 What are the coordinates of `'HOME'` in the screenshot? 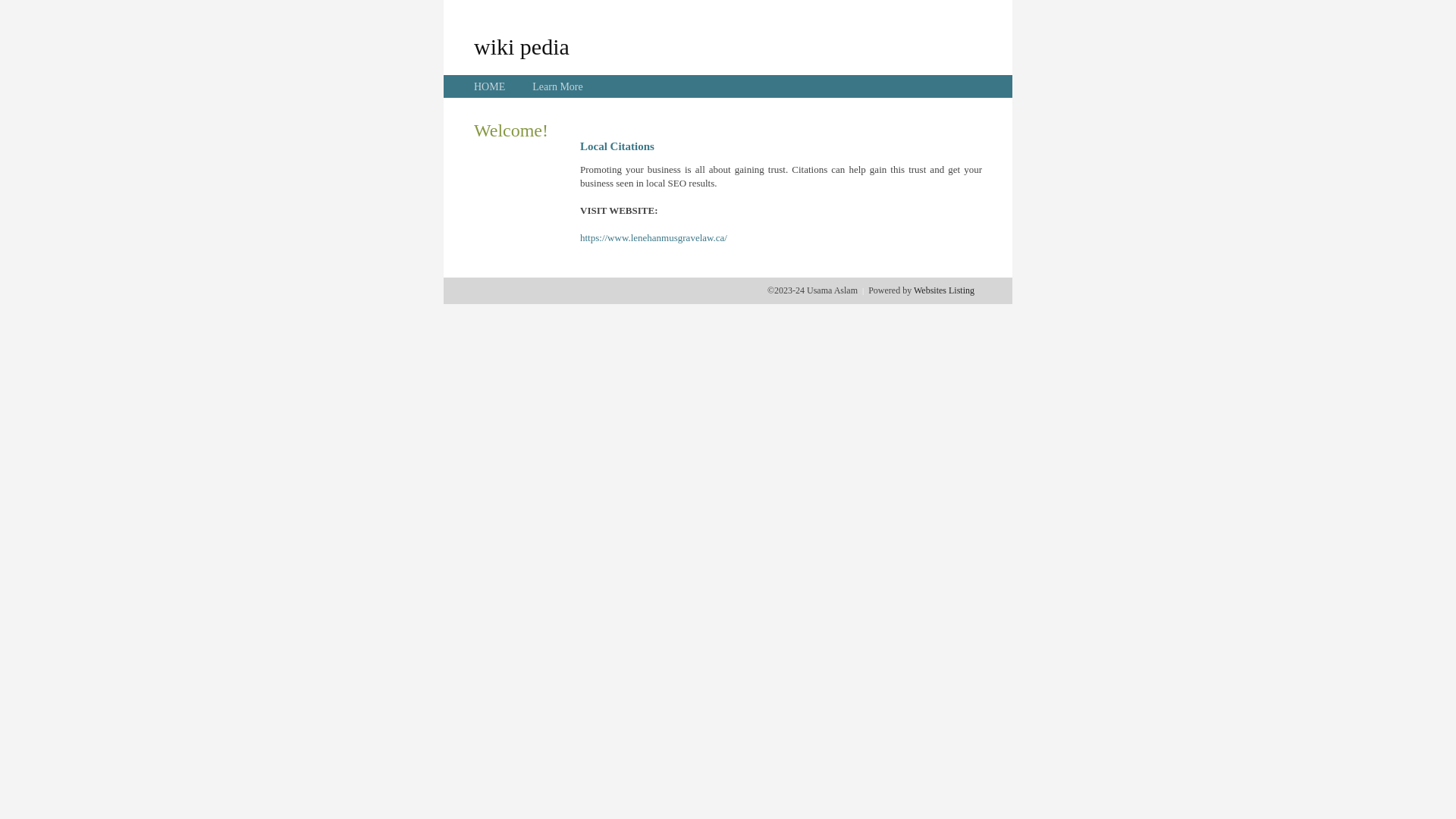 It's located at (489, 86).